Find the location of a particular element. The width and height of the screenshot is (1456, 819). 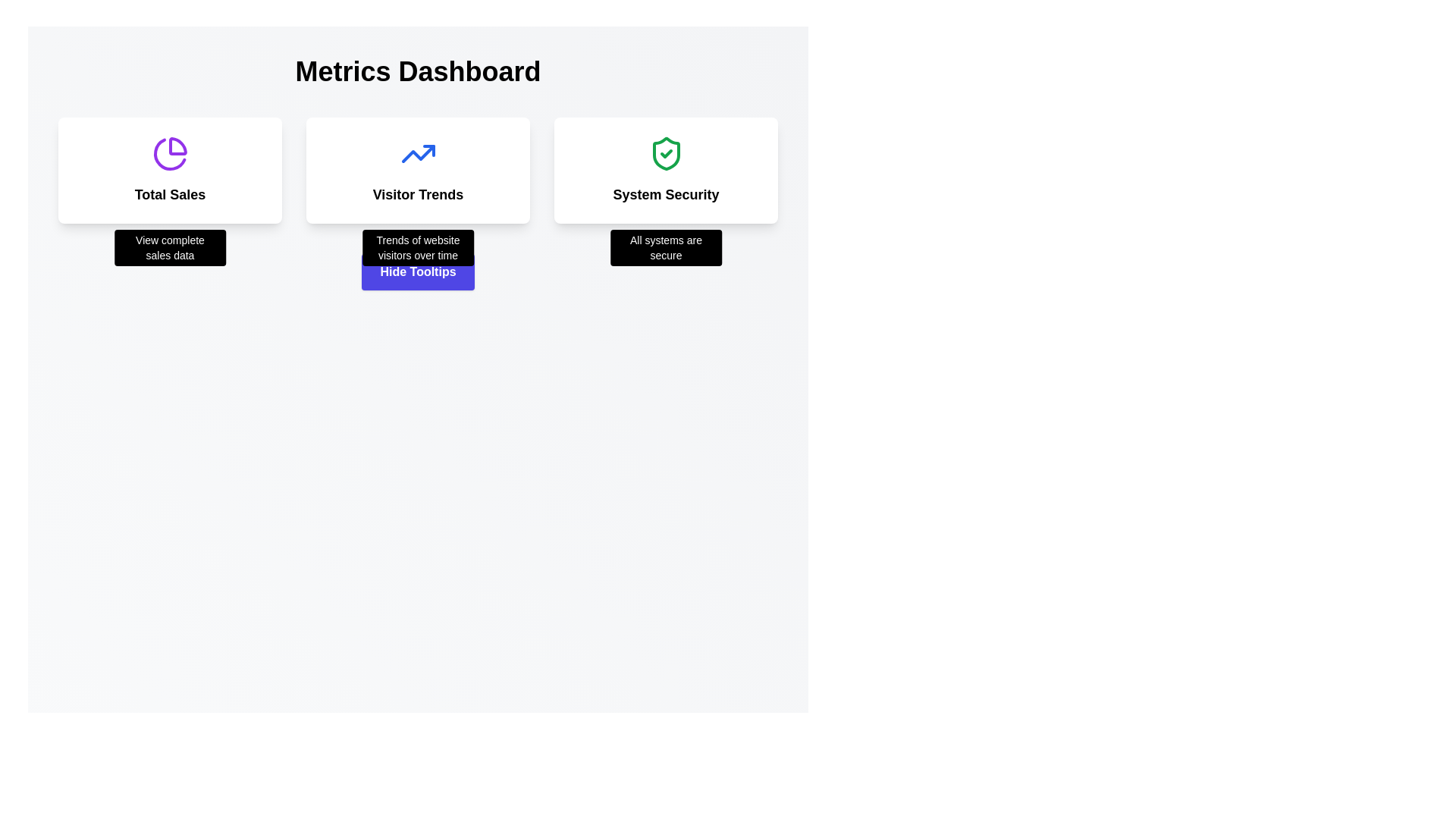

green shield icon with a checkmark located in the 'System Security' card, which is the third card in the row beneath the 'Metrics Dashboard' header is located at coordinates (666, 154).